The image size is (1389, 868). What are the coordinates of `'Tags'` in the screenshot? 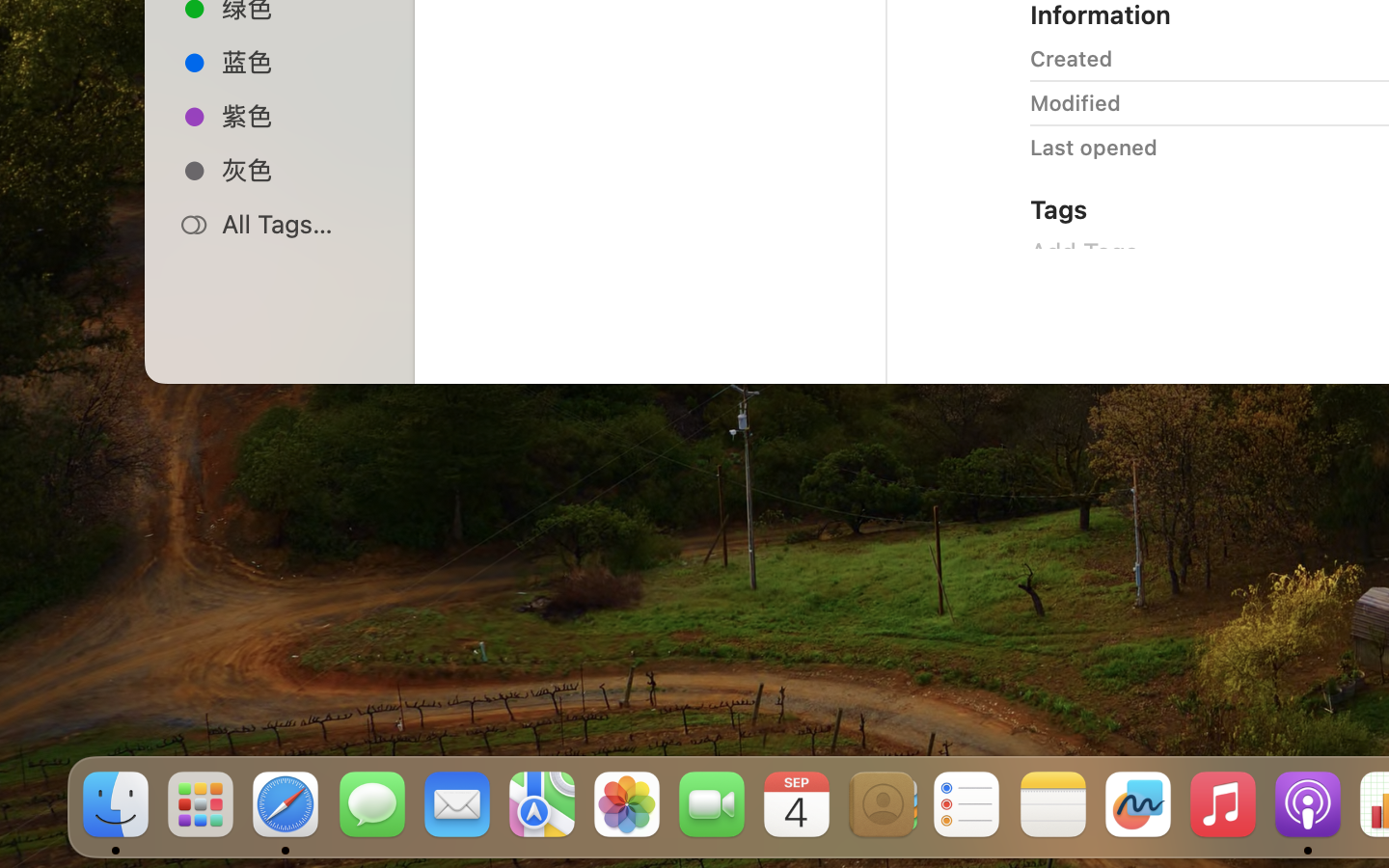 It's located at (1058, 208).